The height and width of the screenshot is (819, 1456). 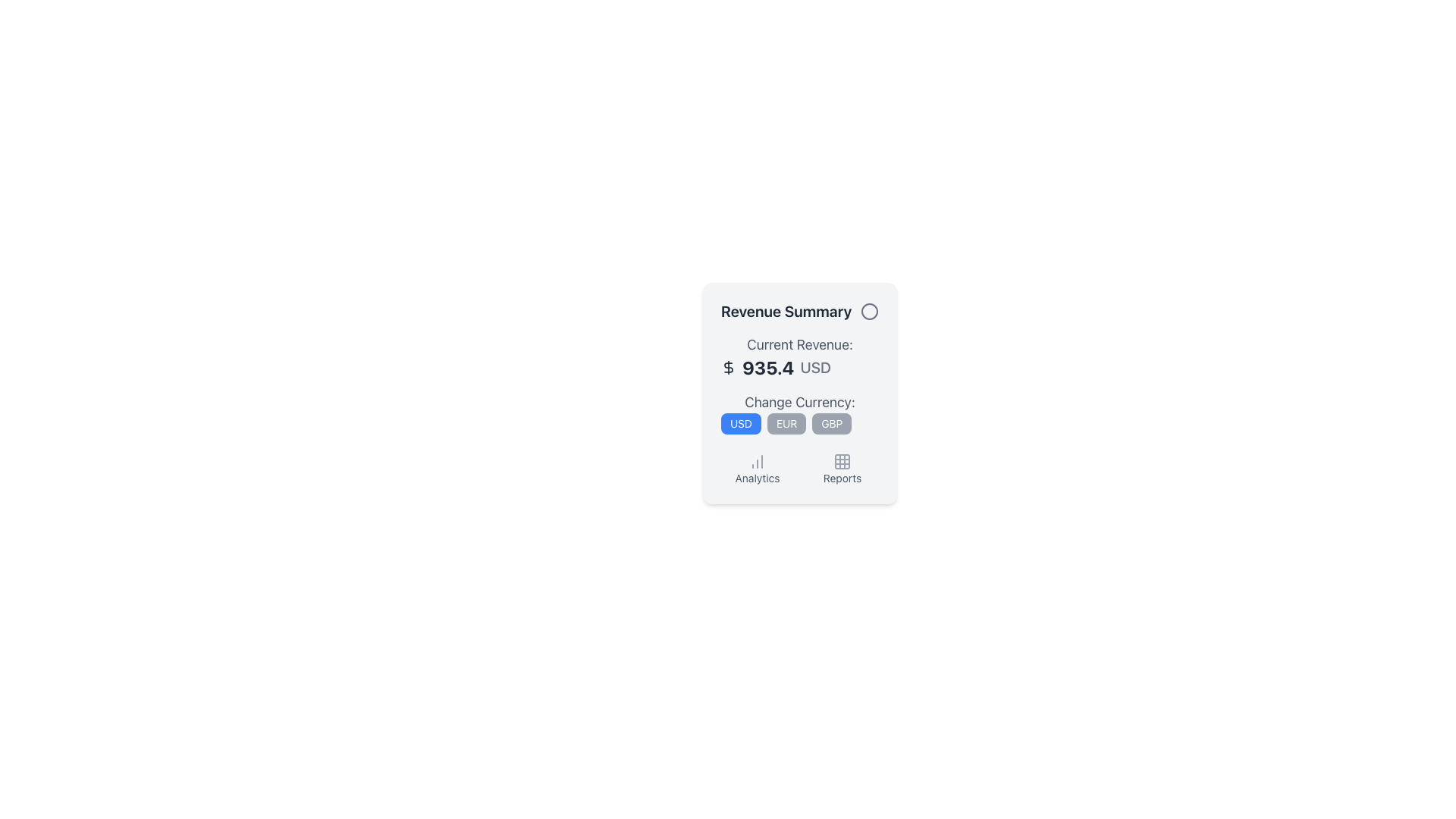 What do you see at coordinates (757, 468) in the screenshot?
I see `the Interactive button with icon and label located in the left slot of a two-column layout` at bounding box center [757, 468].